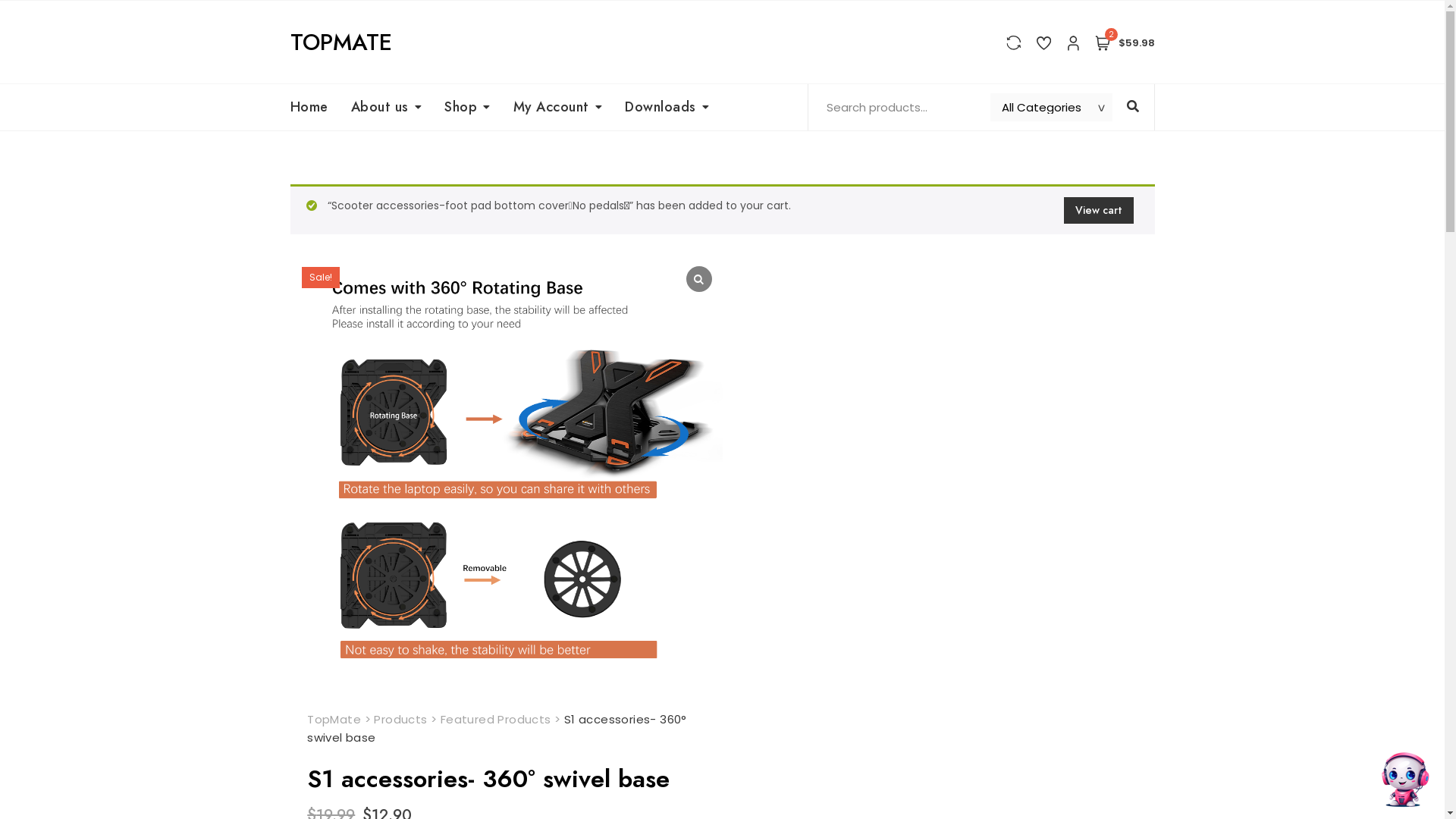  What do you see at coordinates (557, 106) in the screenshot?
I see `'My Account'` at bounding box center [557, 106].